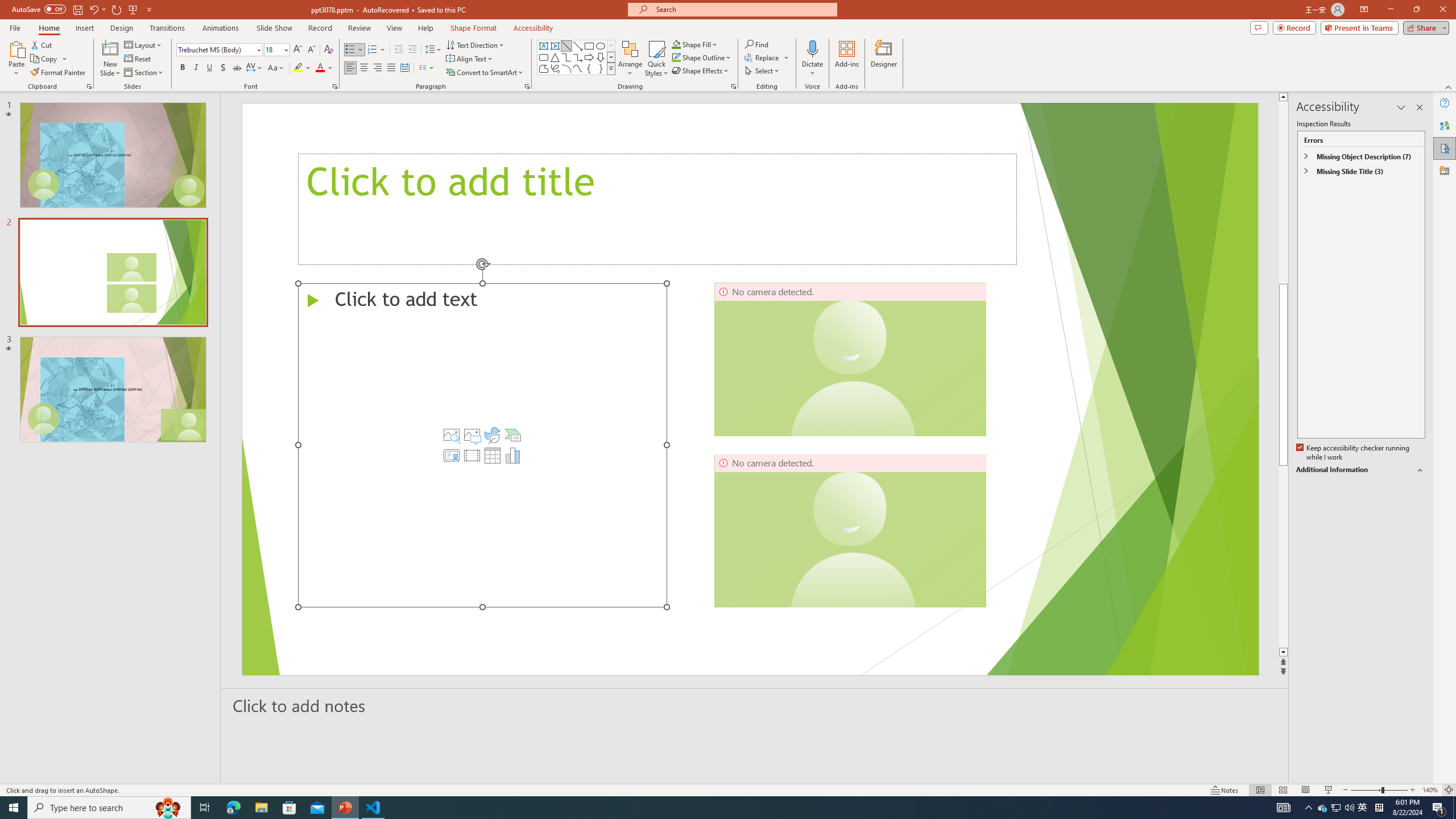 The height and width of the screenshot is (819, 1456). What do you see at coordinates (471, 455) in the screenshot?
I see `'Insert Video'` at bounding box center [471, 455].